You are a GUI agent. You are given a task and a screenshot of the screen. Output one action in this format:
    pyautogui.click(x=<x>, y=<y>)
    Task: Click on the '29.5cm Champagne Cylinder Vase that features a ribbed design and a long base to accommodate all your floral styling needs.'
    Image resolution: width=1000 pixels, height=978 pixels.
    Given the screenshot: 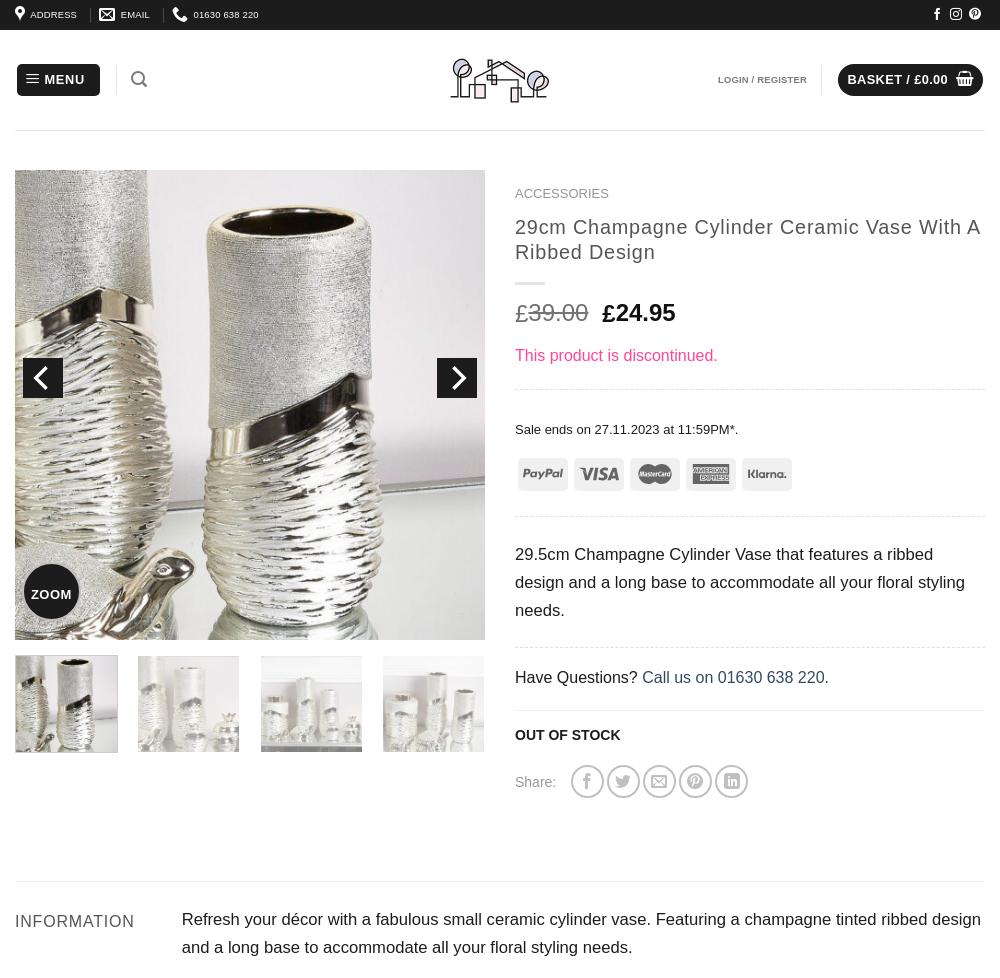 What is the action you would take?
    pyautogui.click(x=515, y=582)
    